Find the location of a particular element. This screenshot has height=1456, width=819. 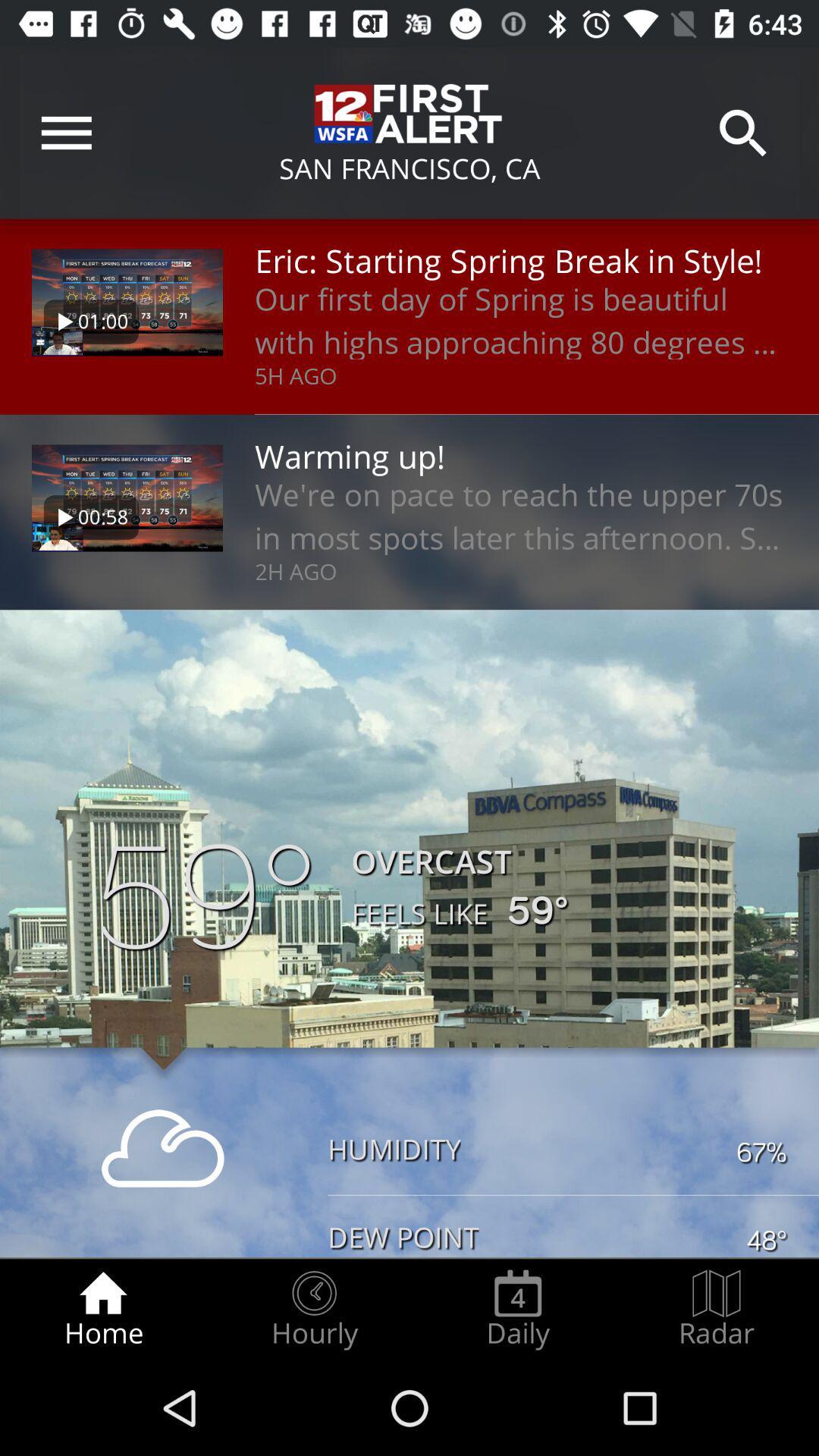

the hourly icon is located at coordinates (313, 1309).